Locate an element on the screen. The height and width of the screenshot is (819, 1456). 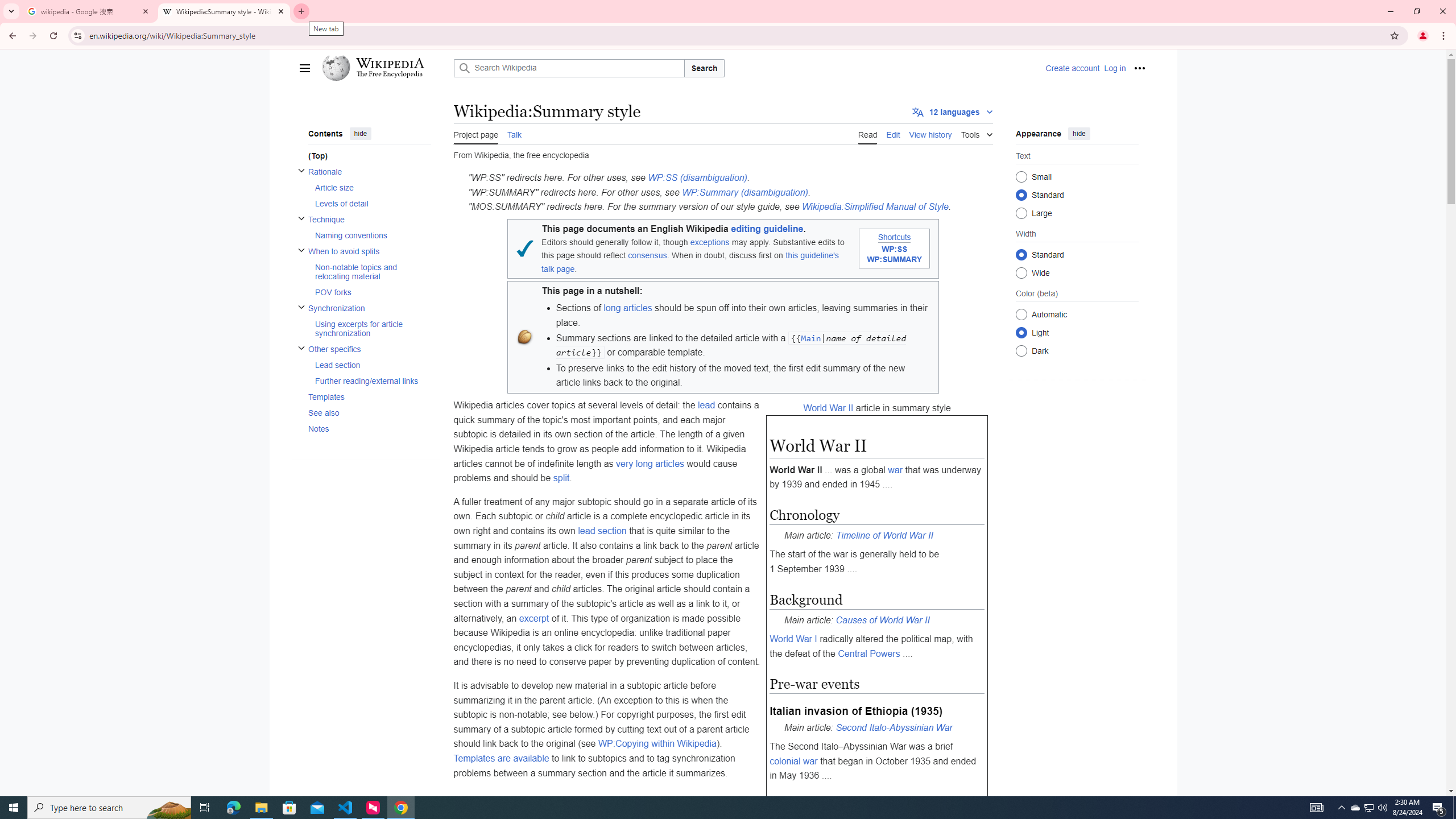
'Talk' is located at coordinates (514, 133).